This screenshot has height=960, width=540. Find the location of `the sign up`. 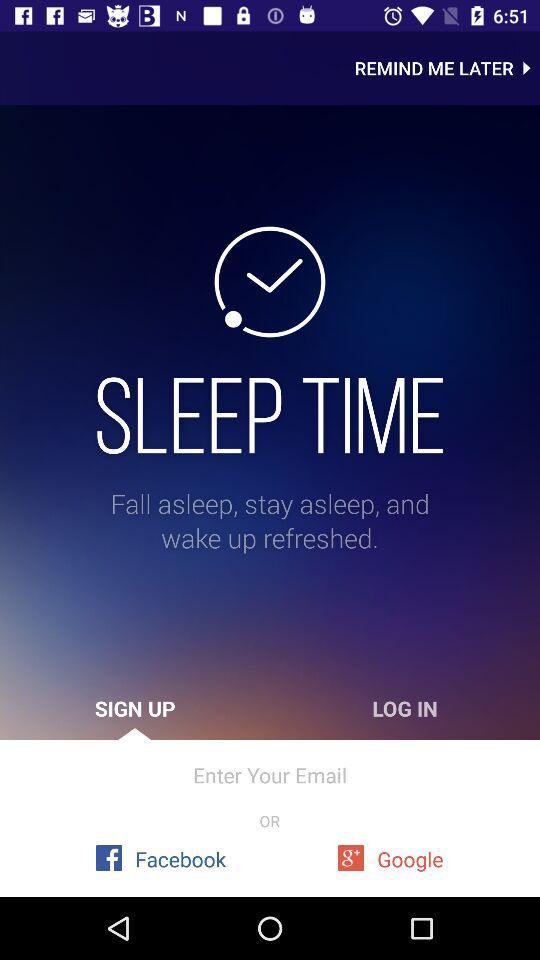

the sign up is located at coordinates (135, 708).